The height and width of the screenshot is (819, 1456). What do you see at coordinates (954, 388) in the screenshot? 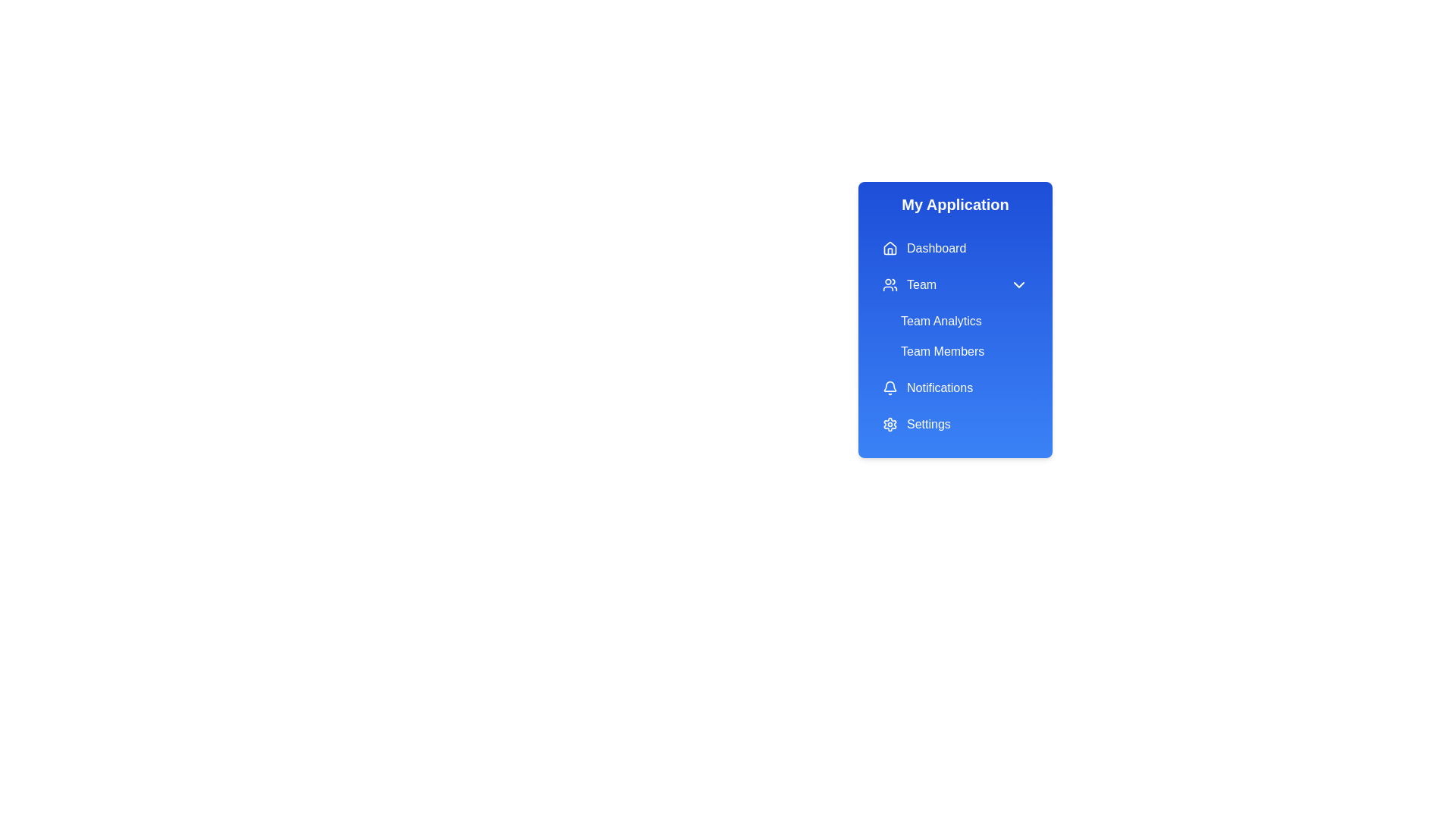
I see `the fifth navigation button in the sidebar menu, located between 'Team Members' and 'Settings'` at bounding box center [954, 388].